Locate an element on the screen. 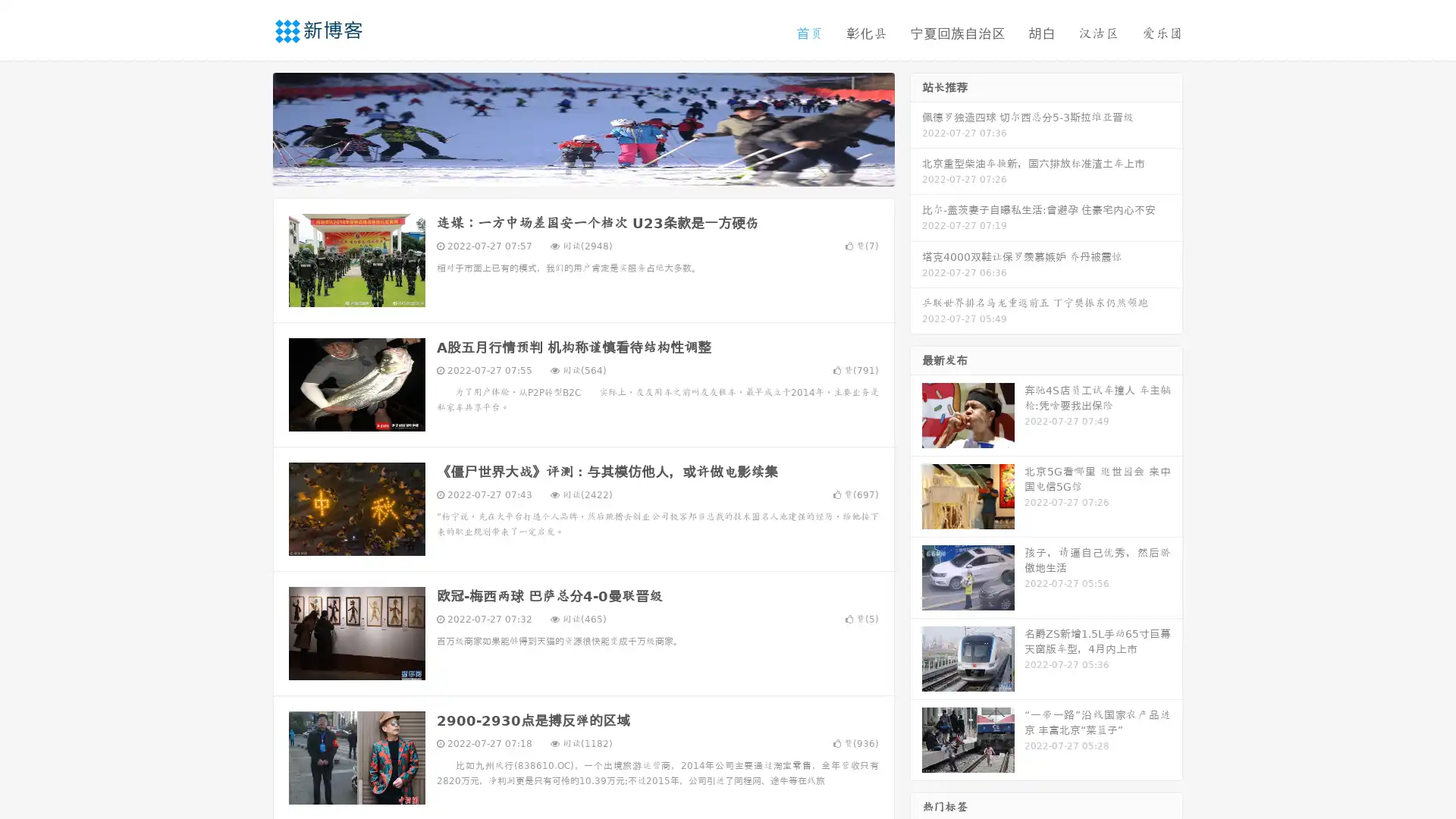 This screenshot has width=1456, height=819. Next slide is located at coordinates (916, 127).